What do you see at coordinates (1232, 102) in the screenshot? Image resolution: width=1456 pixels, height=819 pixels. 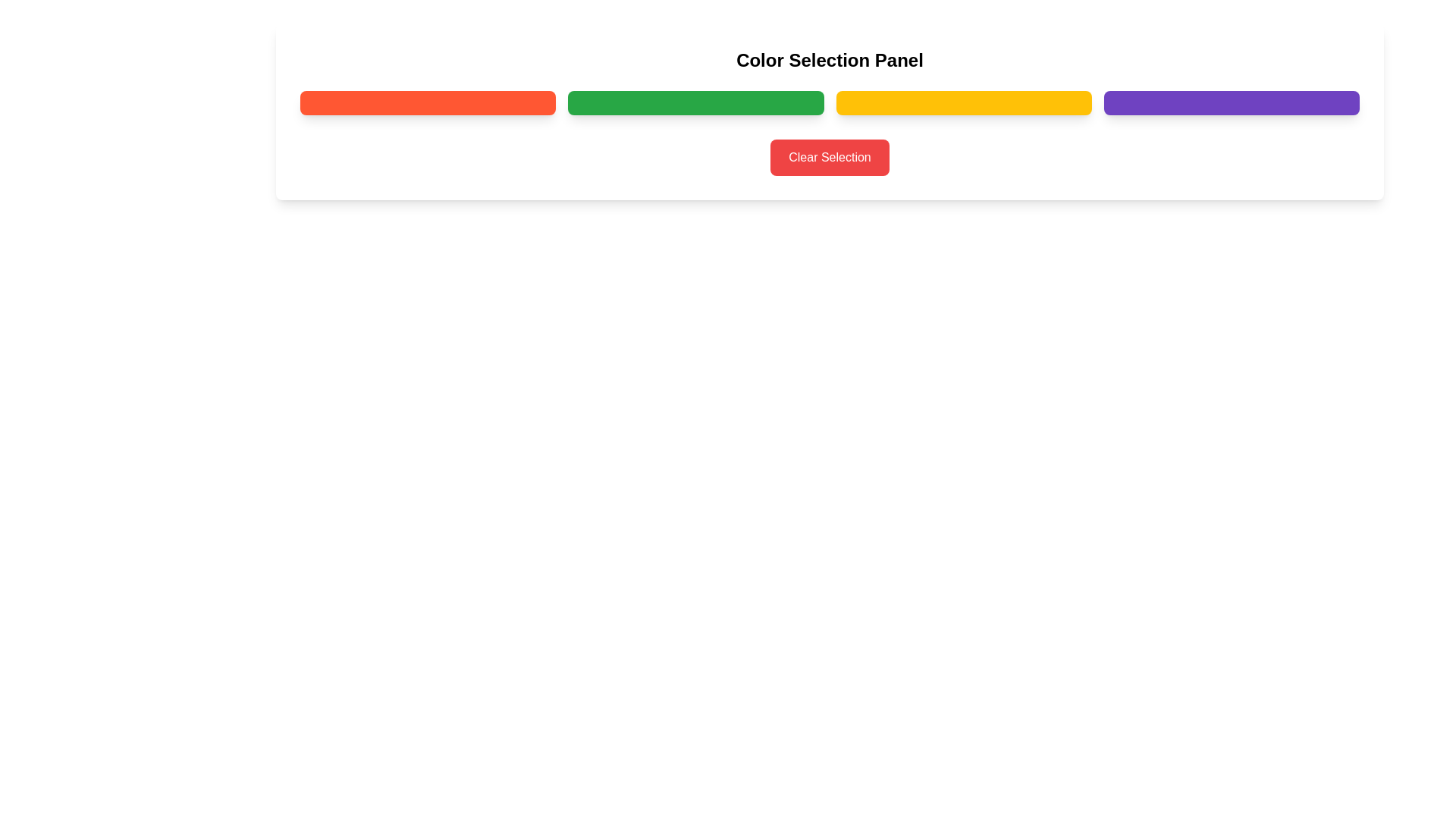 I see `the fourth selectable color block in the row of four colorful rectangular blocks` at bounding box center [1232, 102].